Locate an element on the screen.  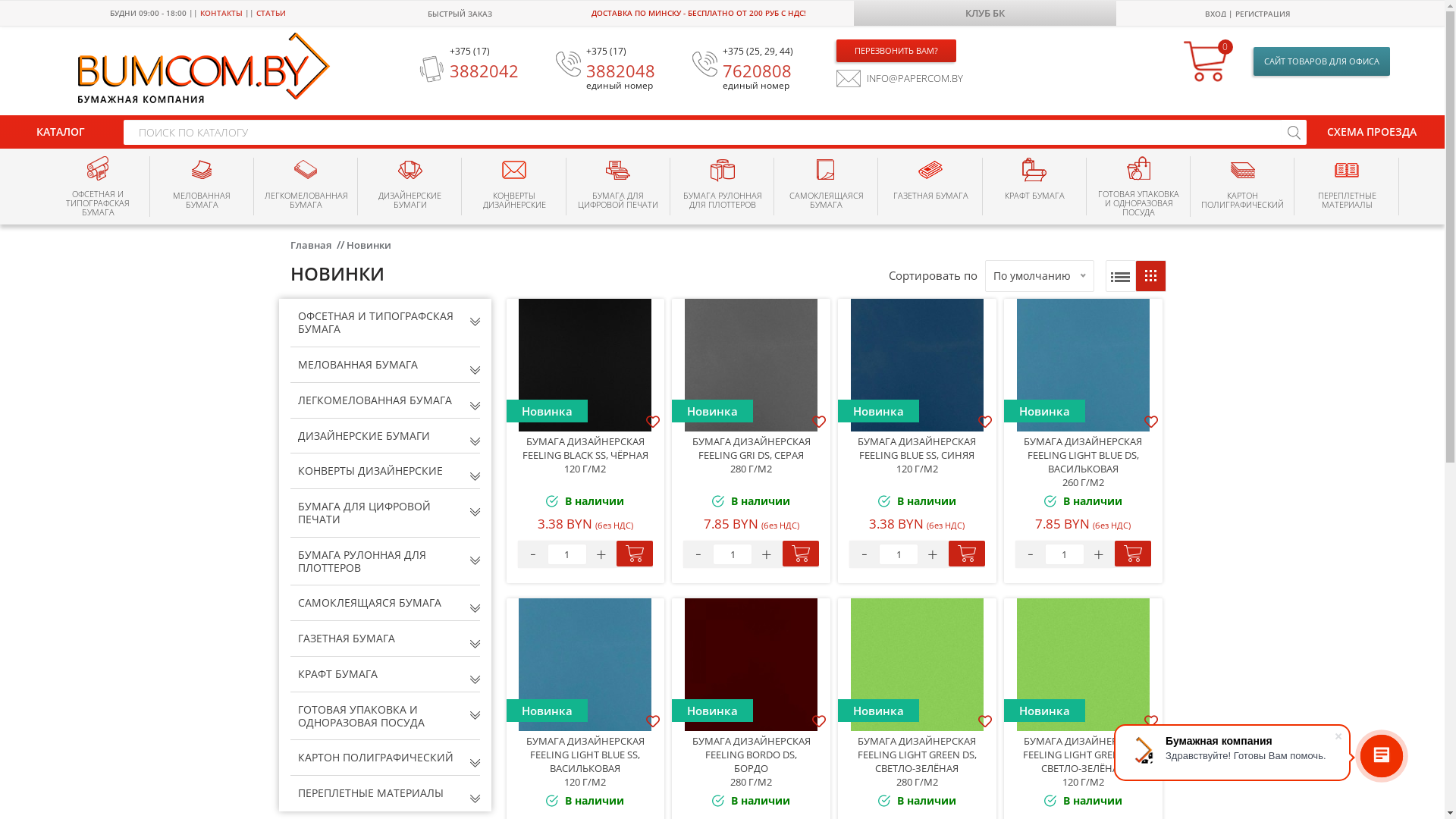
'INFO@PAPERCOM.BY' is located at coordinates (899, 78).